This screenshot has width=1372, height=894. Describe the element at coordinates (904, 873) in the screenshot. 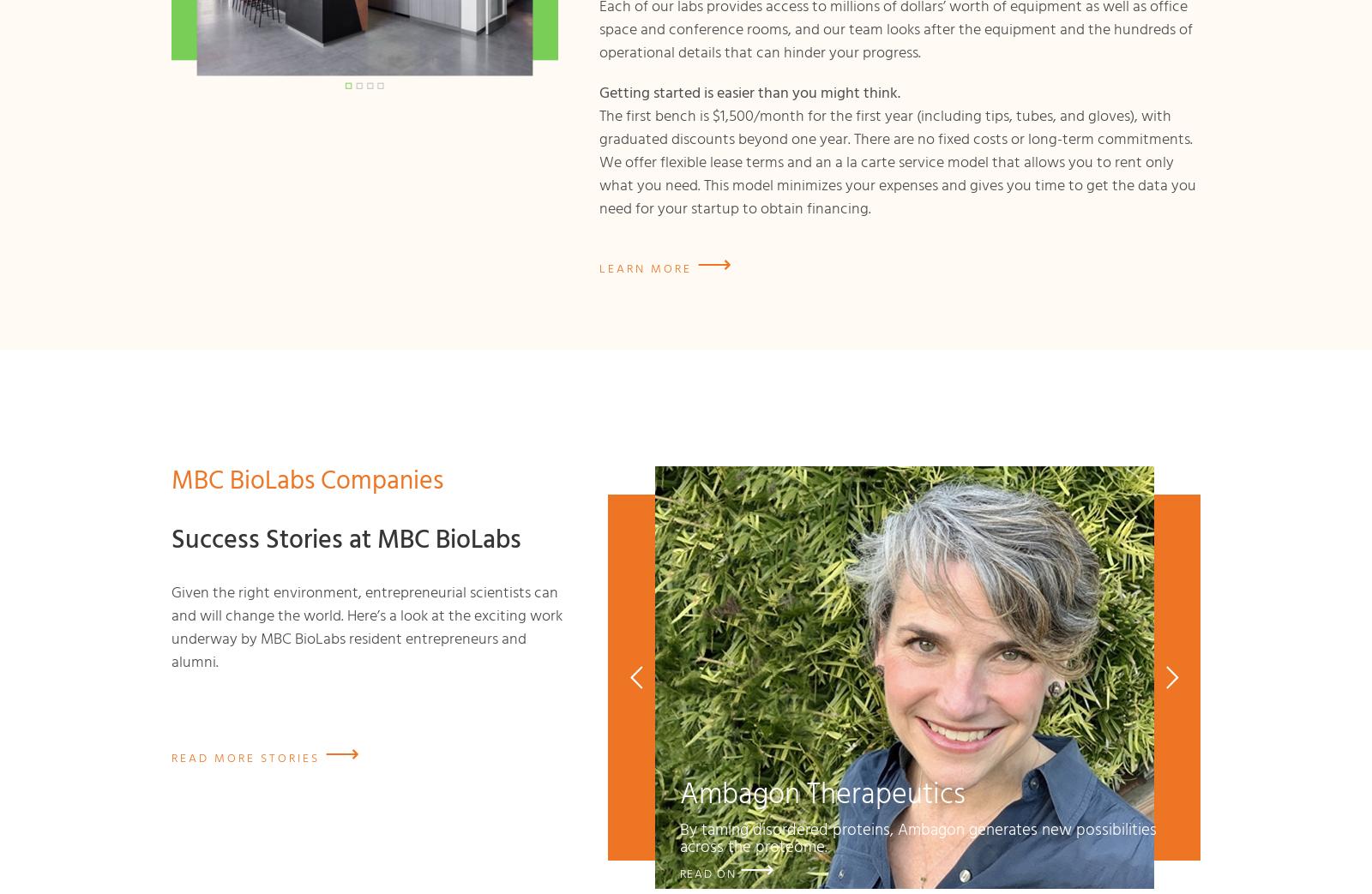

I see `'Cartography Biosciences'` at that location.